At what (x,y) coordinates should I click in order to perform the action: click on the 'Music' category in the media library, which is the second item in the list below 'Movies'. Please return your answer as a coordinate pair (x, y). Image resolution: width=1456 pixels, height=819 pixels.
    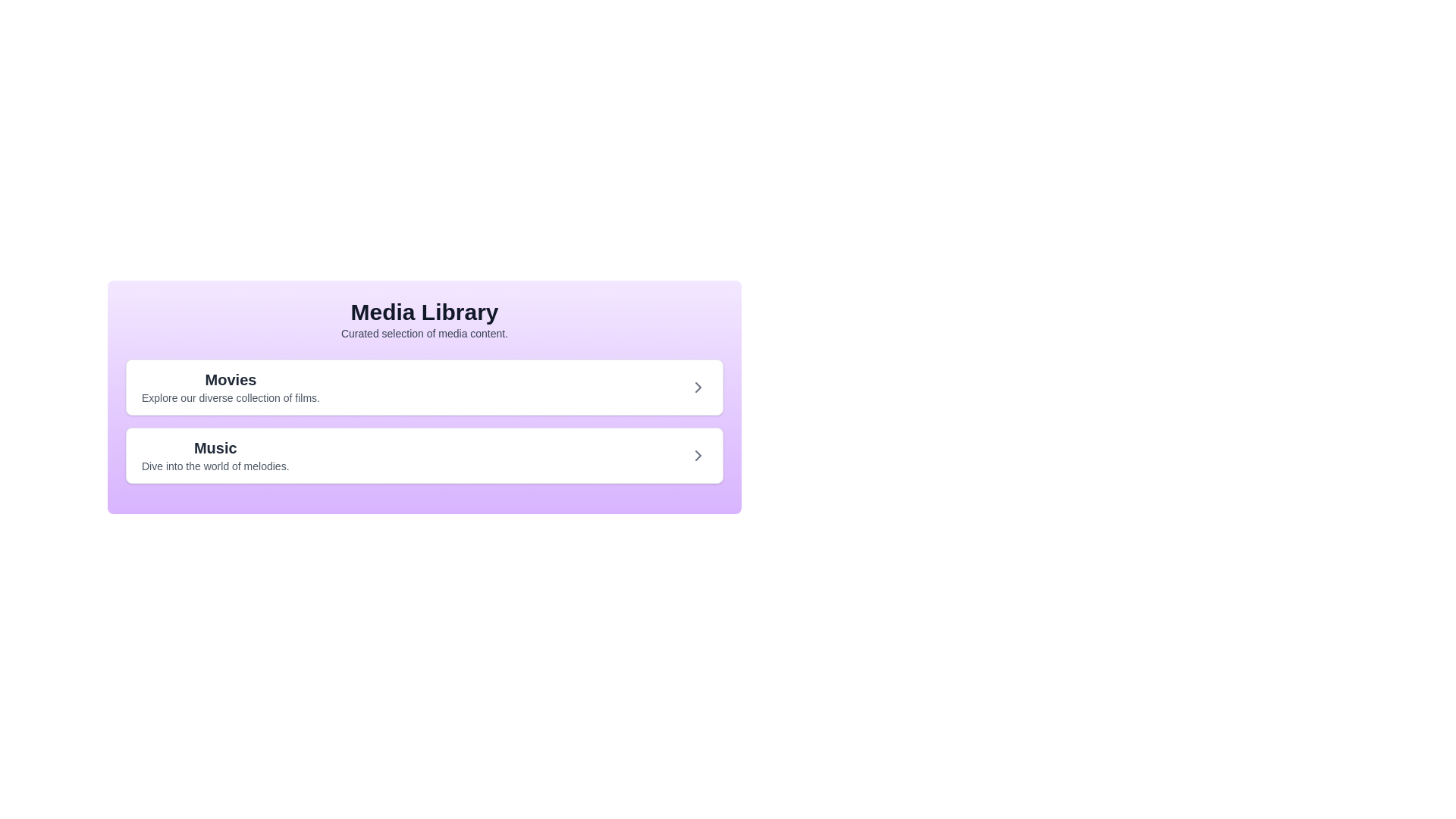
    Looking at the image, I should click on (215, 455).